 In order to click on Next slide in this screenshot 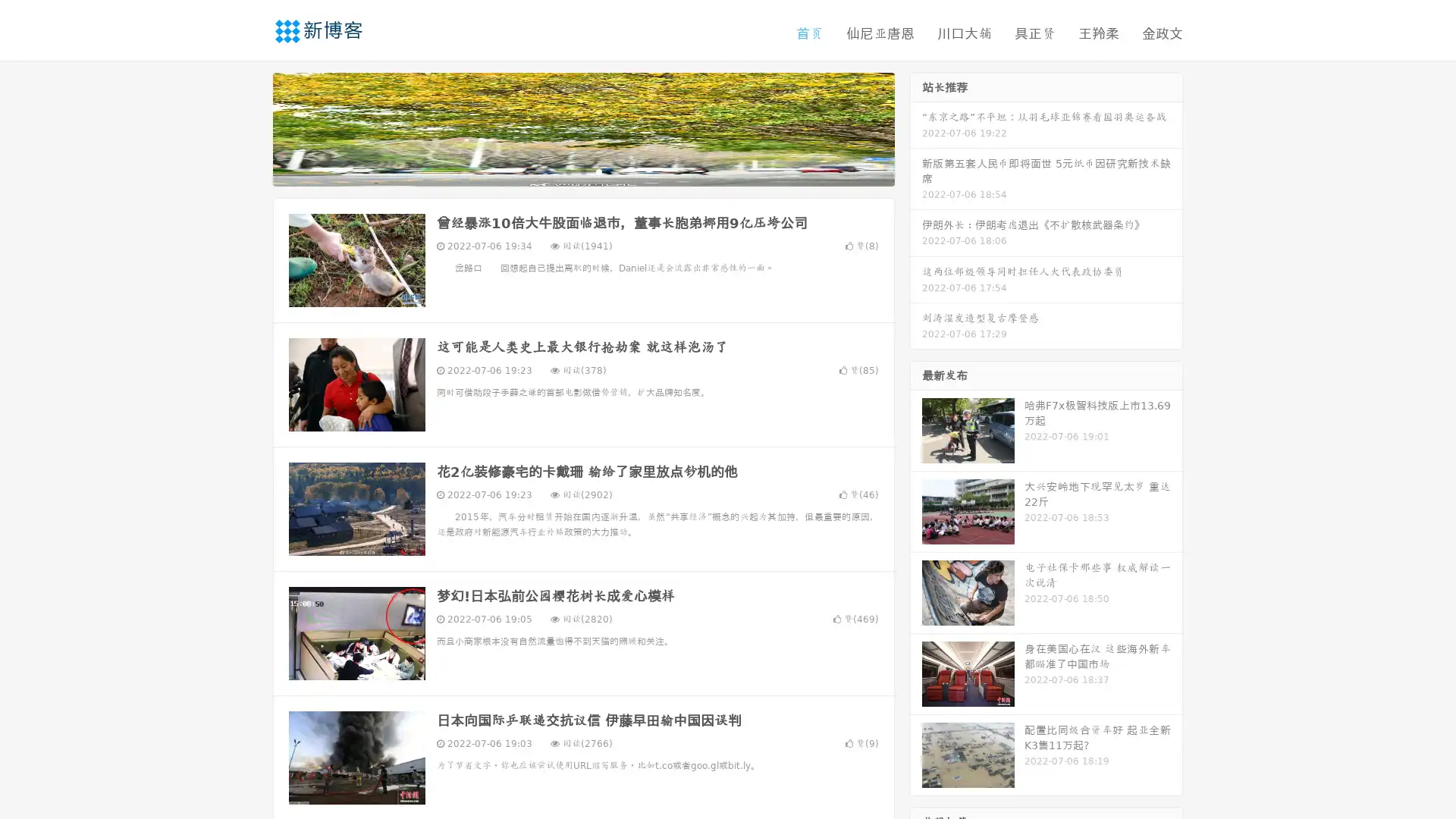, I will do `click(916, 127)`.